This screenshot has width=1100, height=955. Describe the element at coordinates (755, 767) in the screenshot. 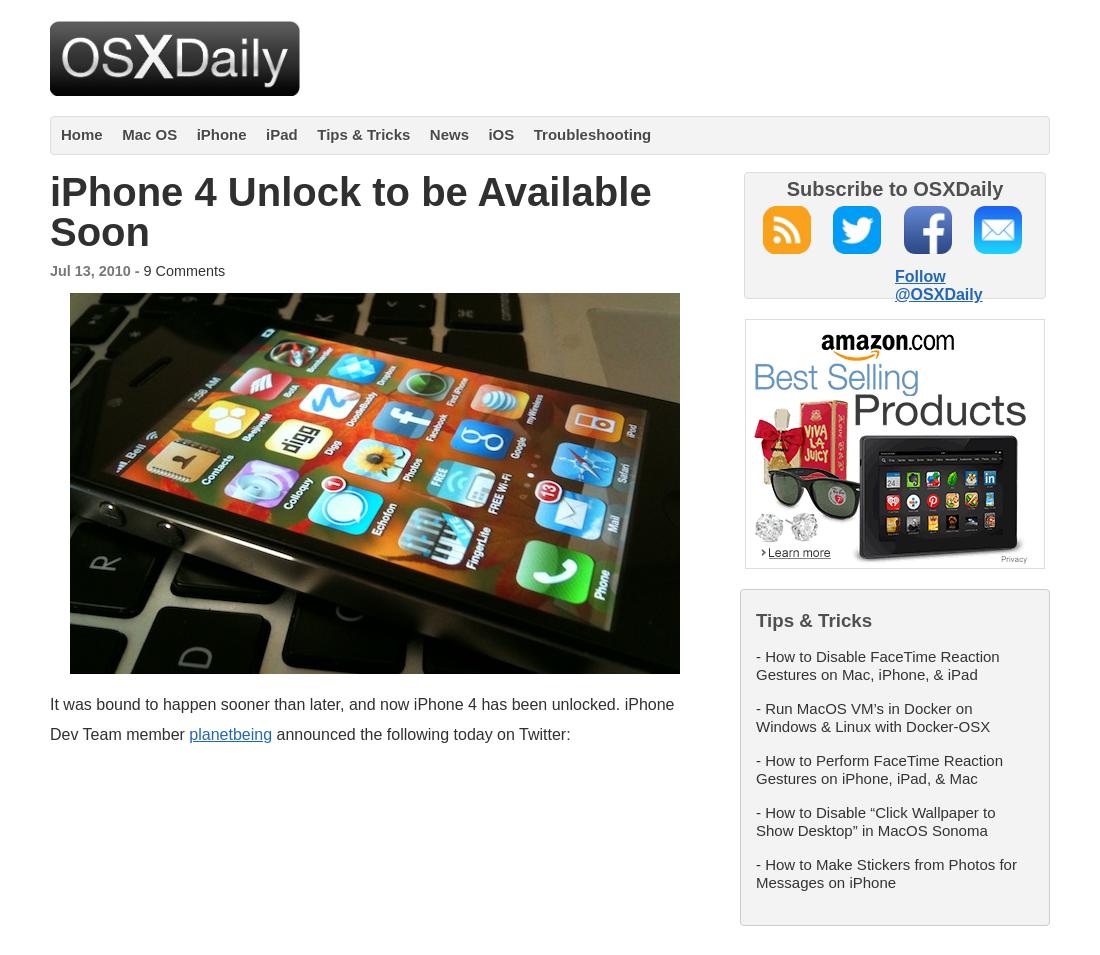

I see `'How to Perform FaceTime Reaction Gestures on iPhone, iPad, & Mac'` at that location.